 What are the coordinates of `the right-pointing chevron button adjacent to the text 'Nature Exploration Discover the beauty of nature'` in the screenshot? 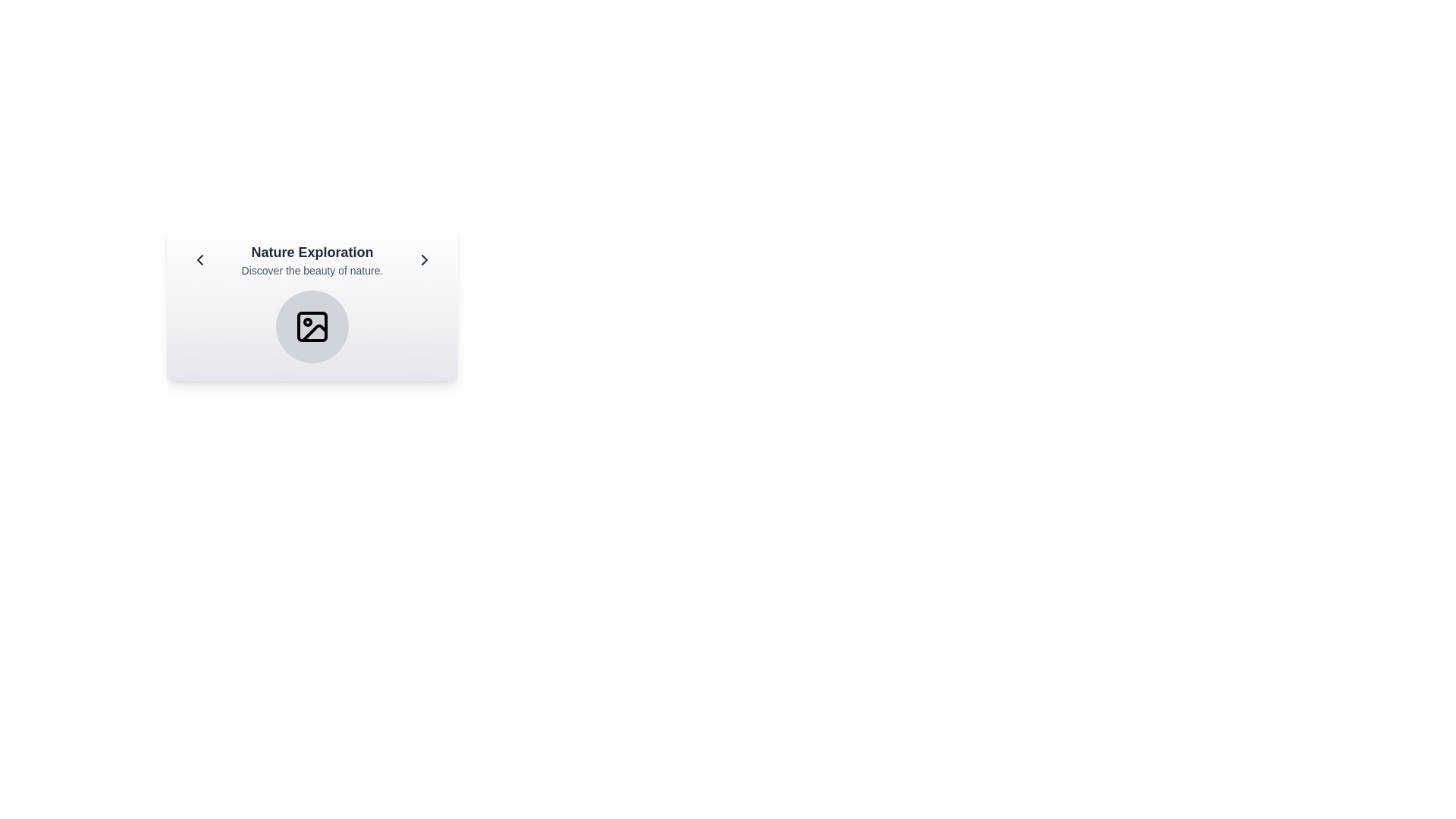 It's located at (425, 259).